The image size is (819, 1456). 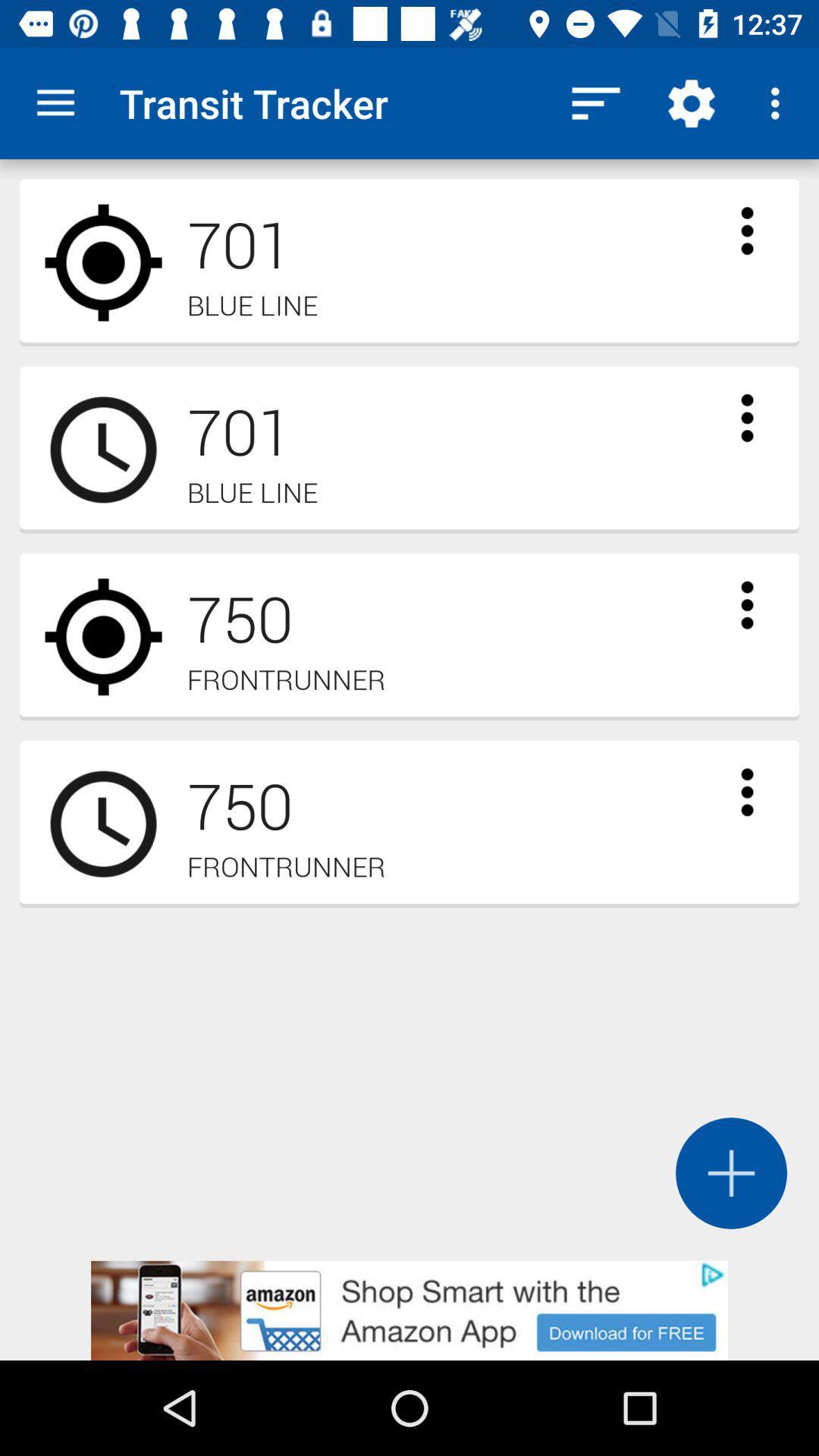 What do you see at coordinates (746, 418) in the screenshot?
I see `open the menu` at bounding box center [746, 418].